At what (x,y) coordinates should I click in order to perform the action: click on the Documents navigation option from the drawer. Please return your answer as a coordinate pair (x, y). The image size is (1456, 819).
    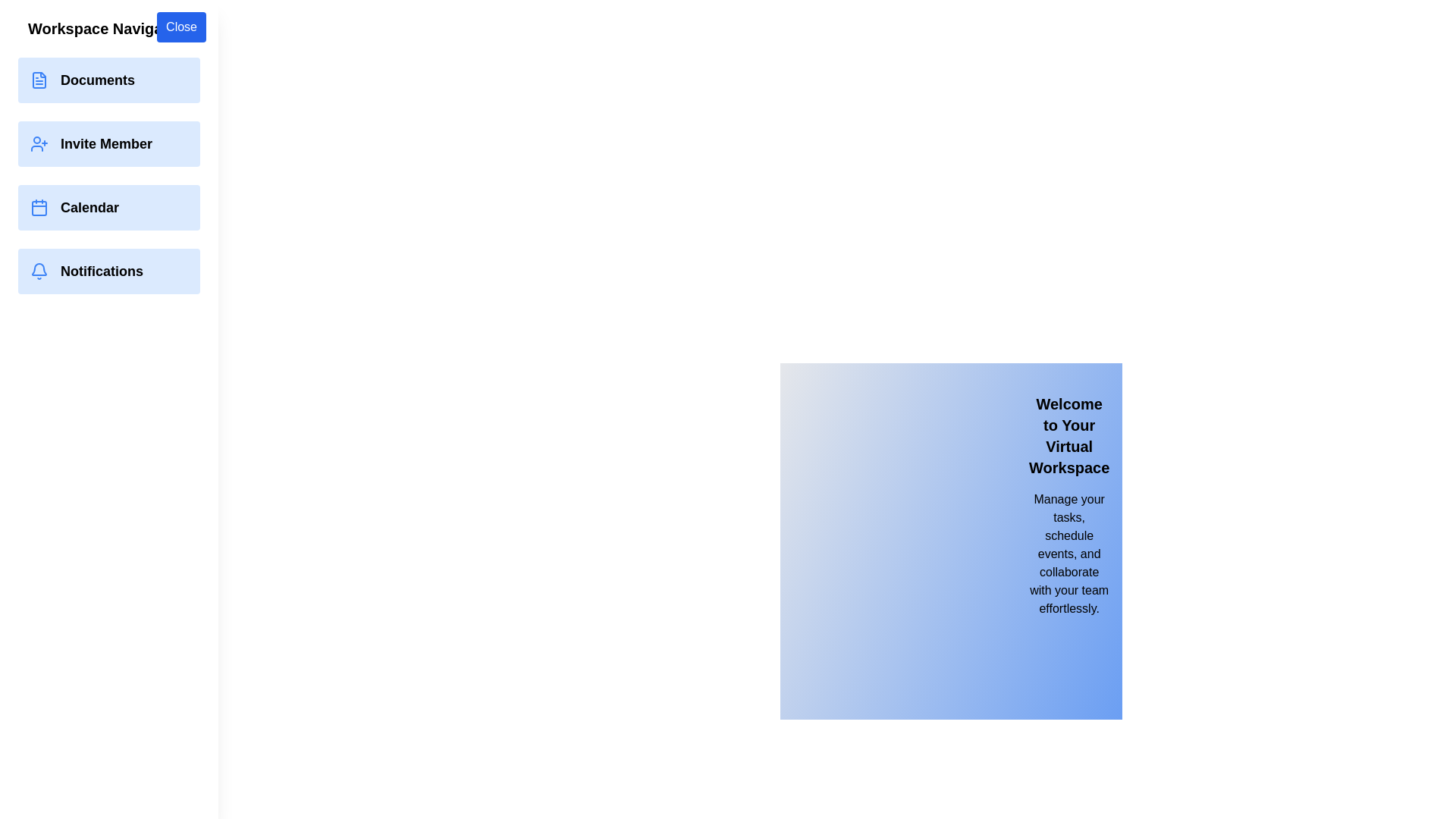
    Looking at the image, I should click on (108, 80).